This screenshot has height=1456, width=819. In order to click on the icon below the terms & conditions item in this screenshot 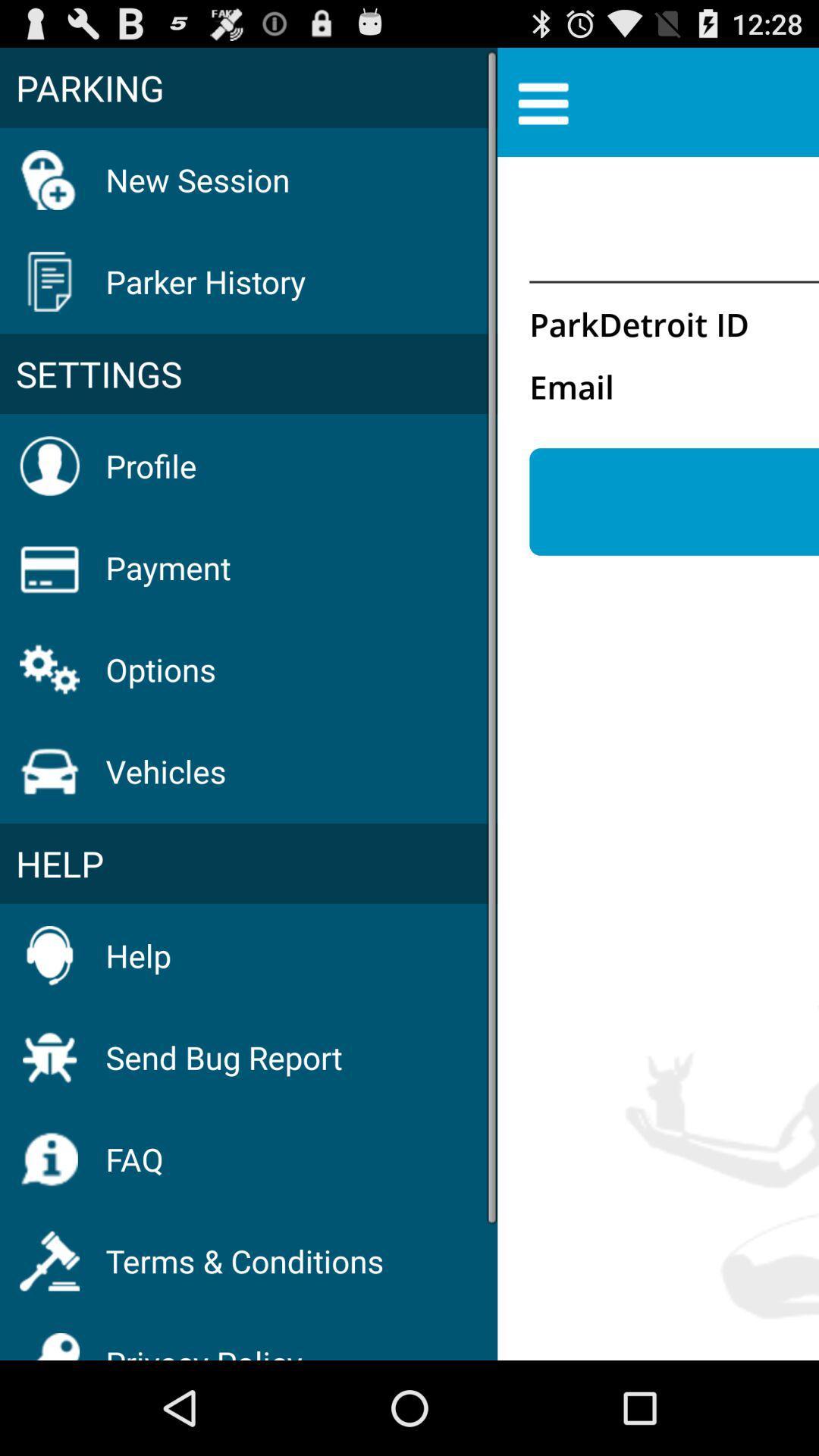, I will do `click(203, 1342)`.